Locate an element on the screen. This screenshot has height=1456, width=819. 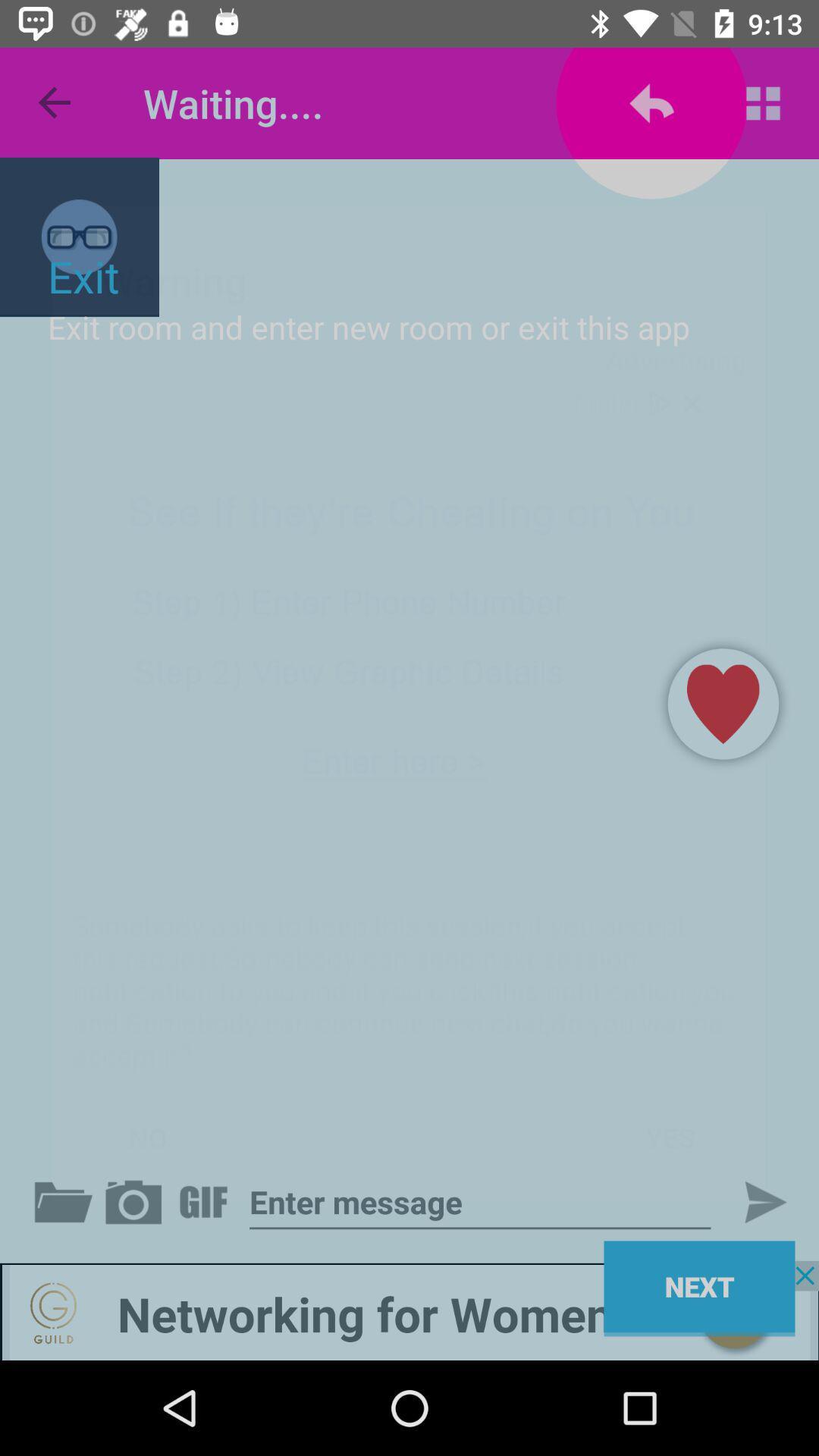
the message box is located at coordinates (480, 1201).